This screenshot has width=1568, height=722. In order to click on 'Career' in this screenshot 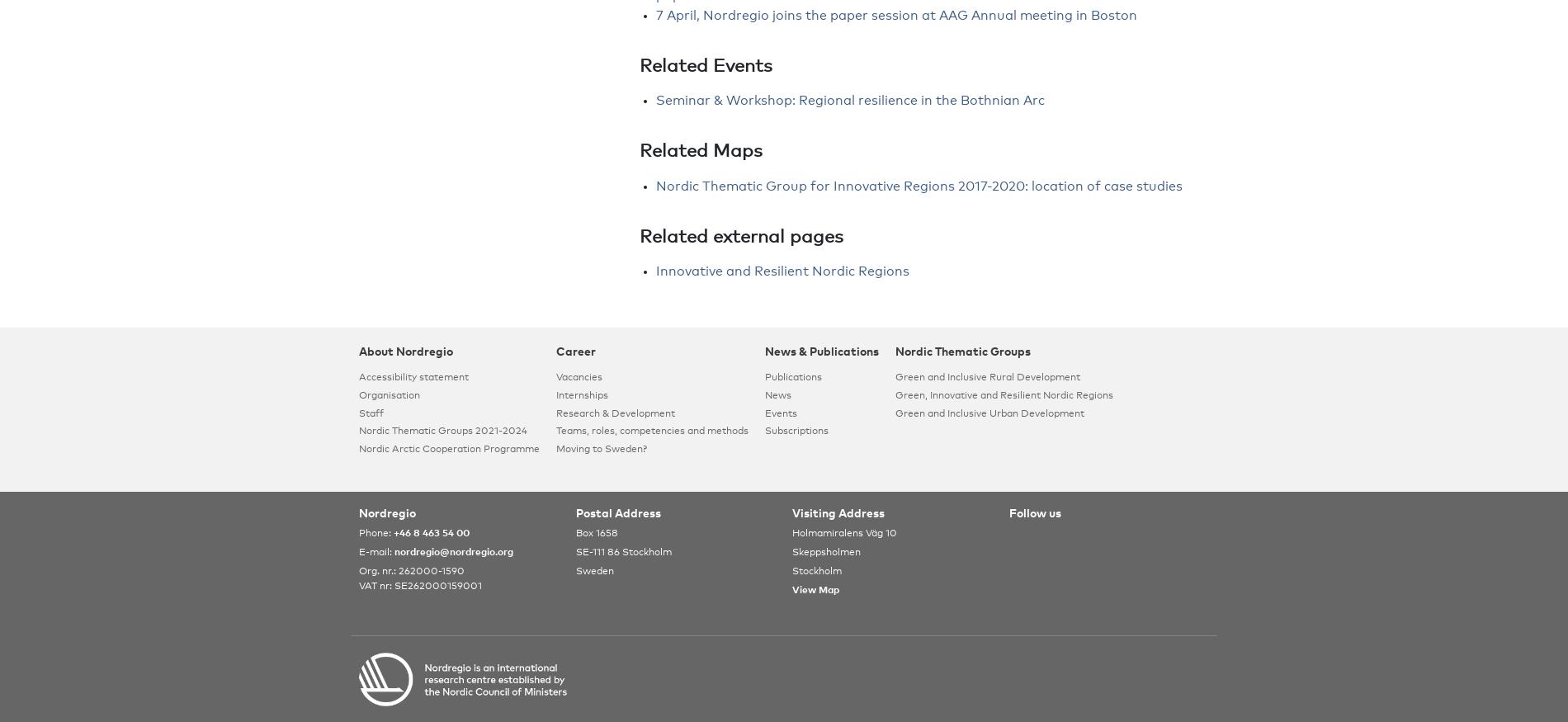, I will do `click(555, 352)`.